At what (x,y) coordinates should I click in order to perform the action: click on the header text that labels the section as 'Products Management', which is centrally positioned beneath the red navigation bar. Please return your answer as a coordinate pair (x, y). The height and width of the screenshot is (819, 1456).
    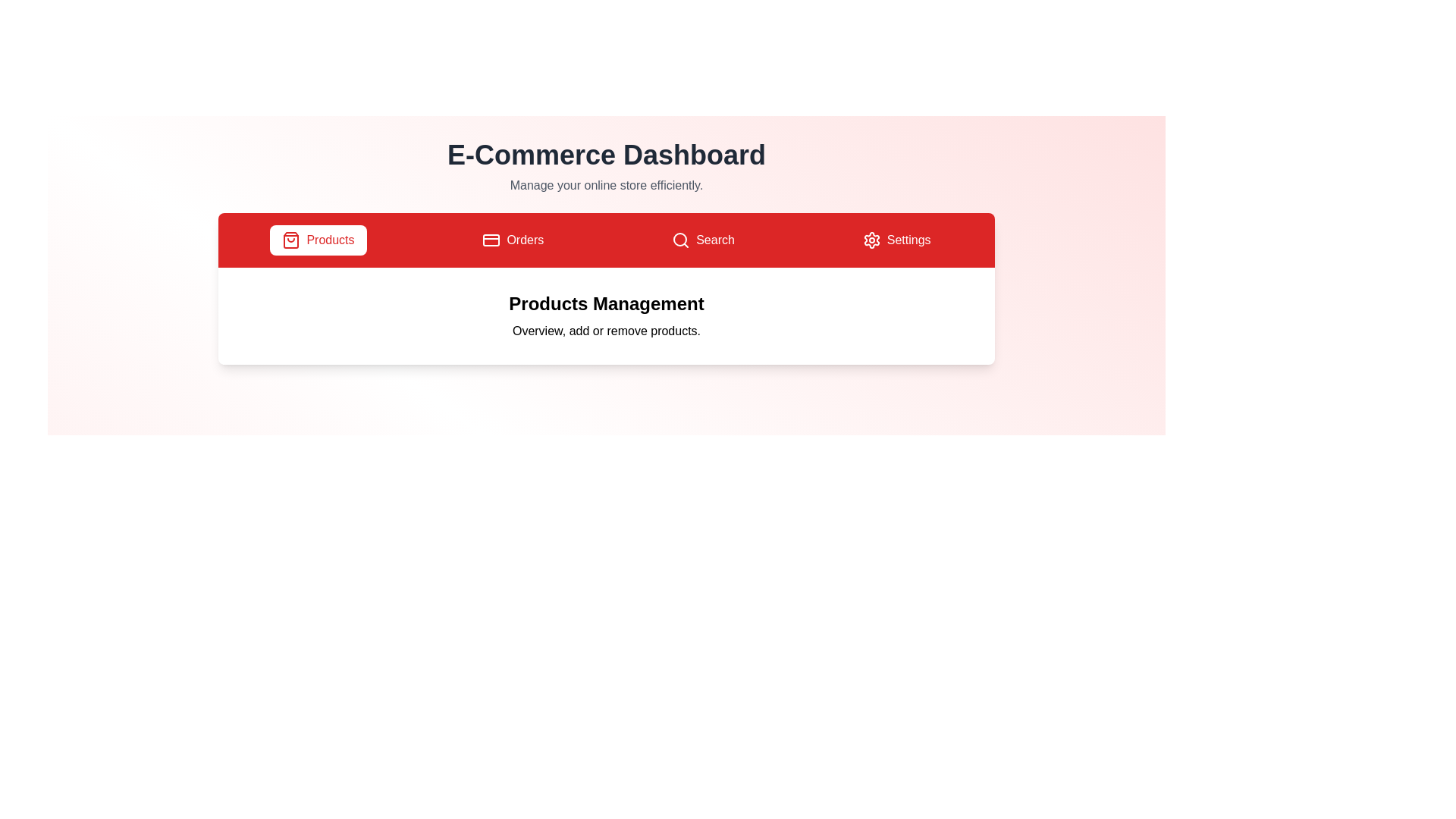
    Looking at the image, I should click on (607, 304).